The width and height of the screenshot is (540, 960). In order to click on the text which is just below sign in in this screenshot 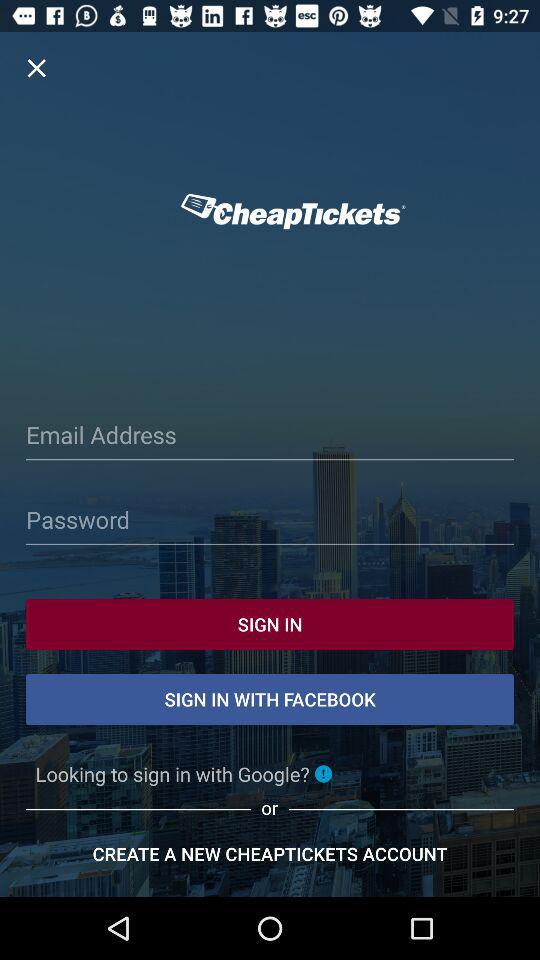, I will do `click(270, 699)`.